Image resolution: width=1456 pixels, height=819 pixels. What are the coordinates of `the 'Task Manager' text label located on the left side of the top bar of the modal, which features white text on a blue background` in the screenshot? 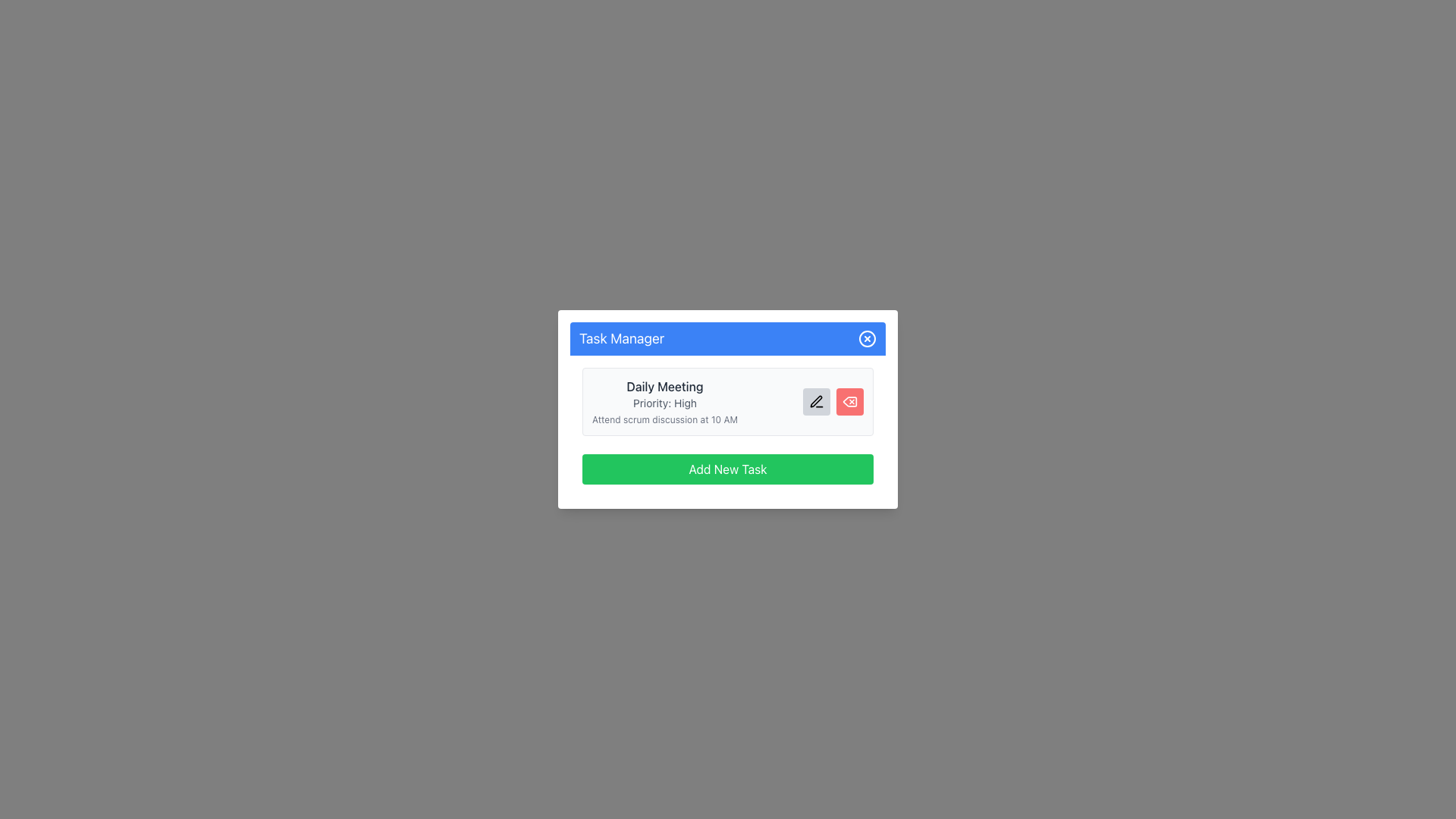 It's located at (622, 338).